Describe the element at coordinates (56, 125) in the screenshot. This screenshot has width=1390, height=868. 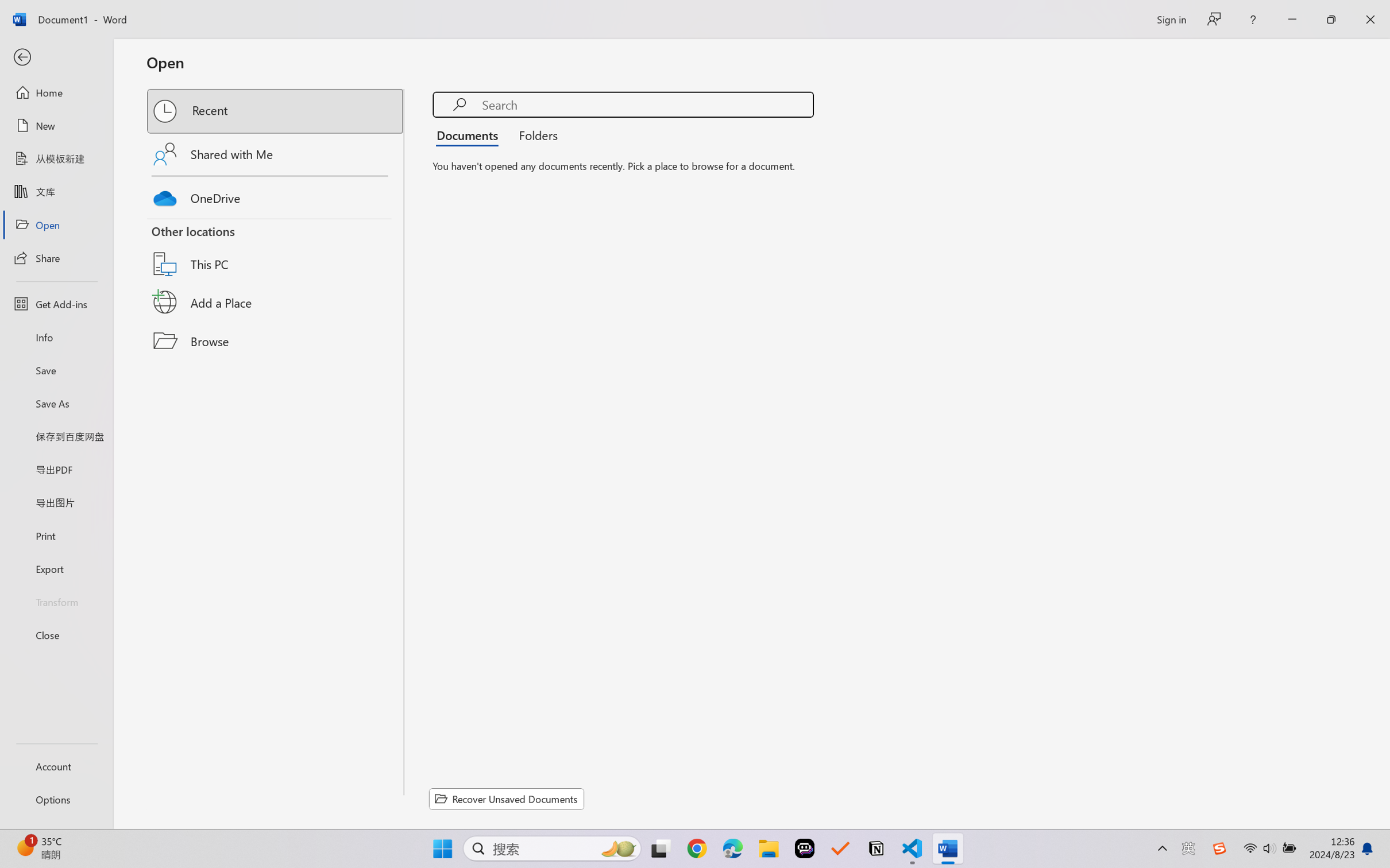
I see `'New'` at that location.